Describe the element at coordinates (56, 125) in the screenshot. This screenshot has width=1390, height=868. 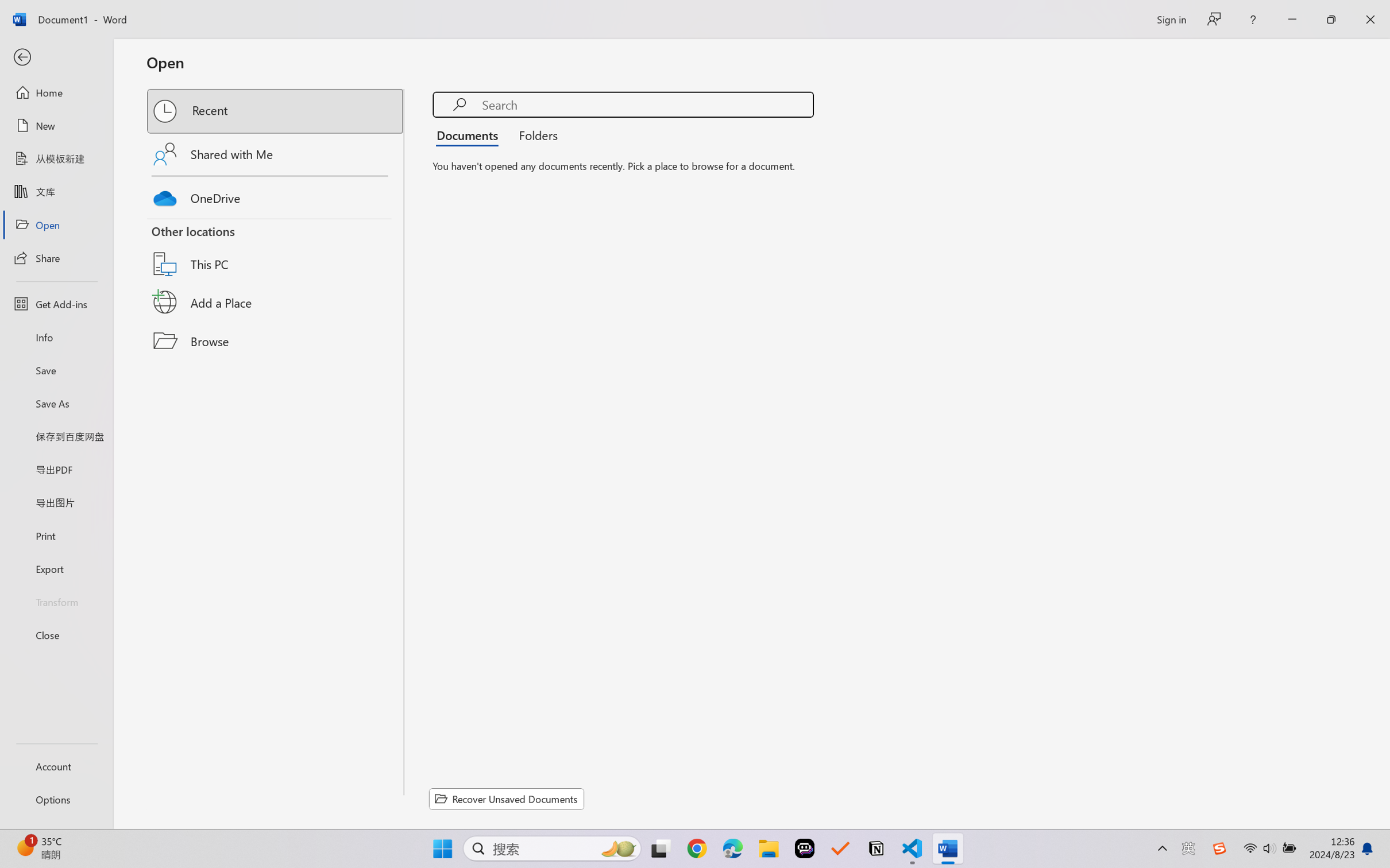
I see `'New'` at that location.